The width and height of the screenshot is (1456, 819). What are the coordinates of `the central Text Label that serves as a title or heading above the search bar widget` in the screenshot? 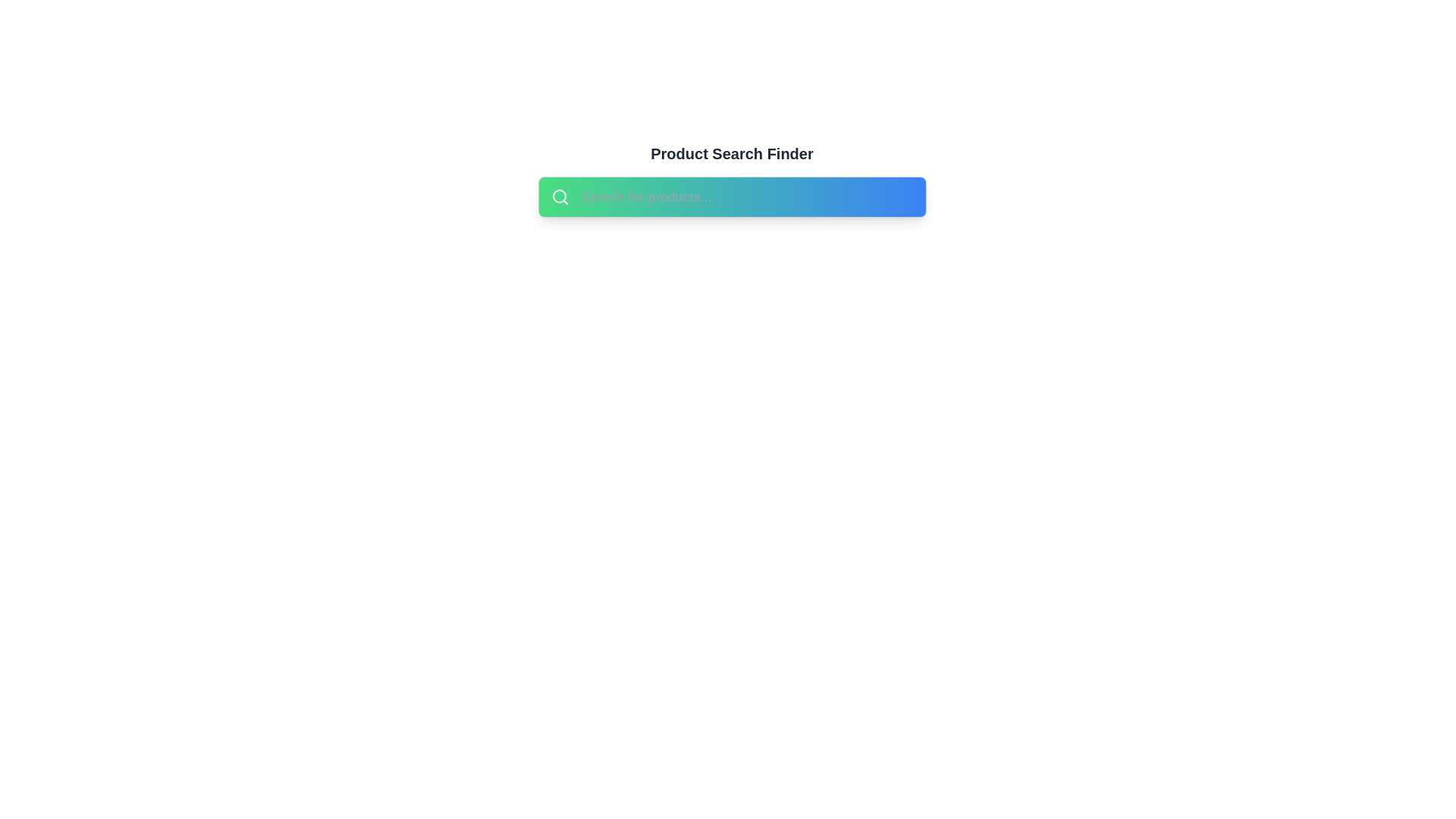 It's located at (732, 154).